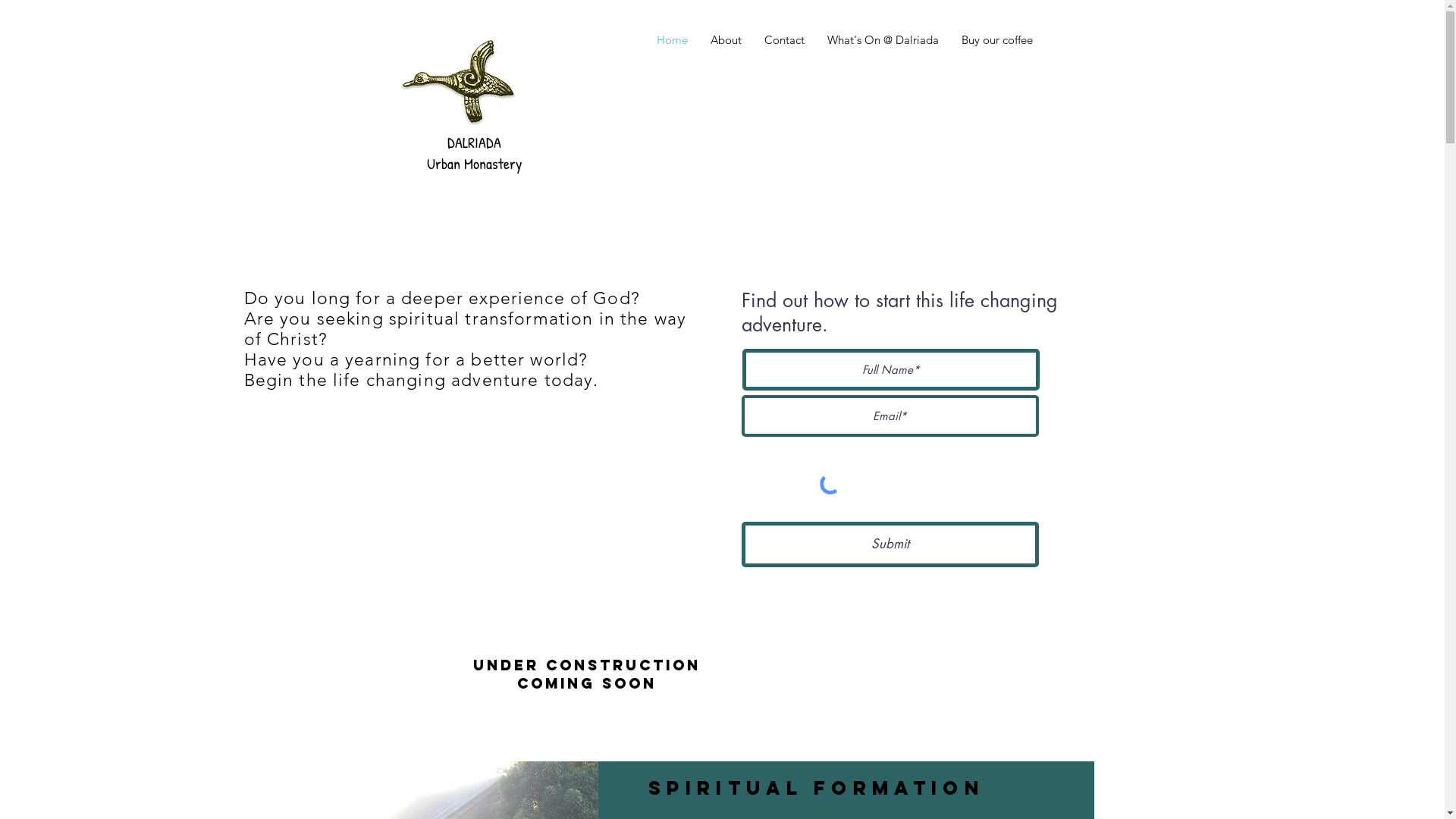 The width and height of the screenshot is (1456, 819). I want to click on 'Submit', so click(890, 543).